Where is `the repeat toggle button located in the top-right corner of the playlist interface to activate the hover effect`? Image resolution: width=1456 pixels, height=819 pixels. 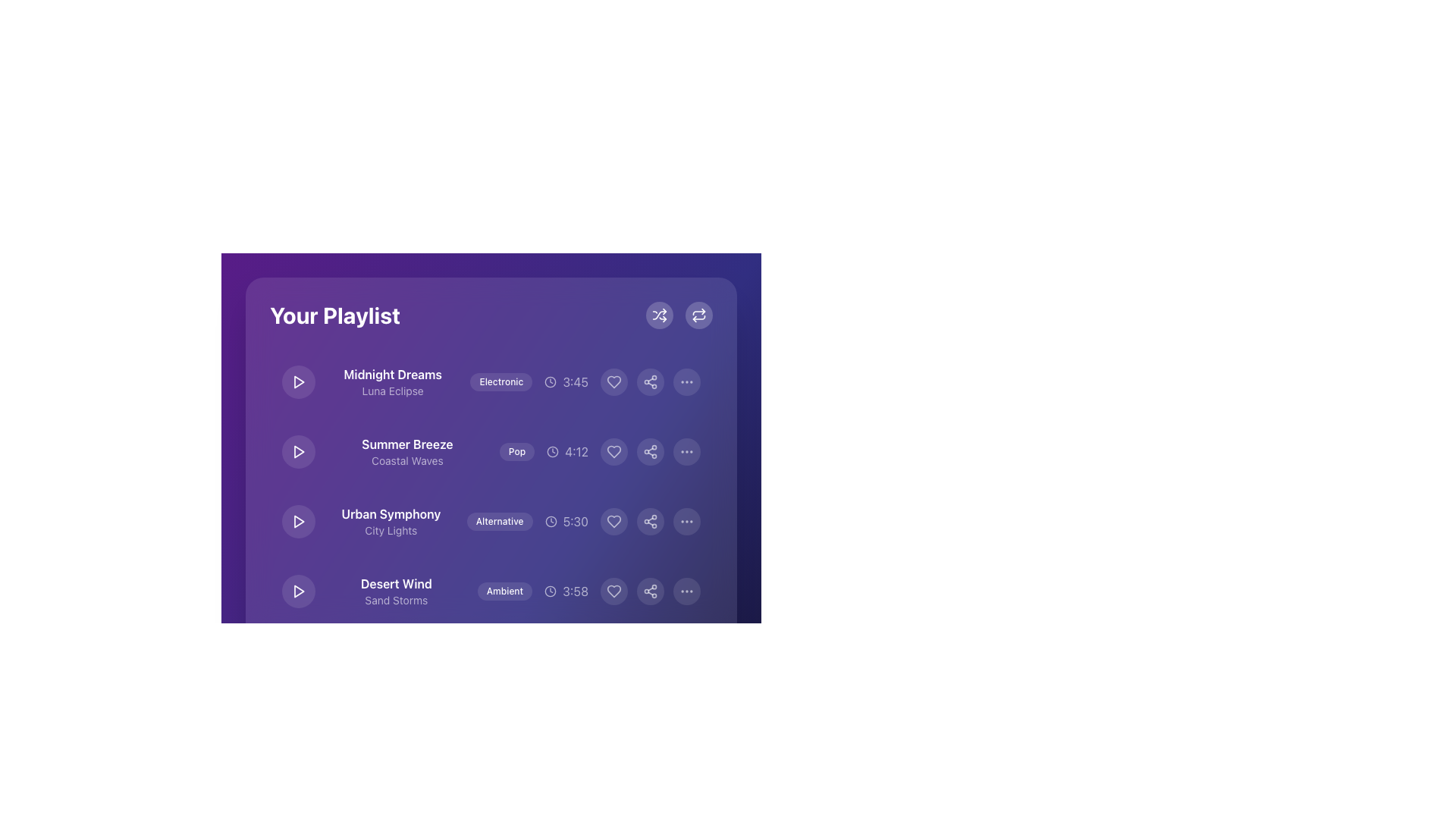 the repeat toggle button located in the top-right corner of the playlist interface to activate the hover effect is located at coordinates (698, 315).